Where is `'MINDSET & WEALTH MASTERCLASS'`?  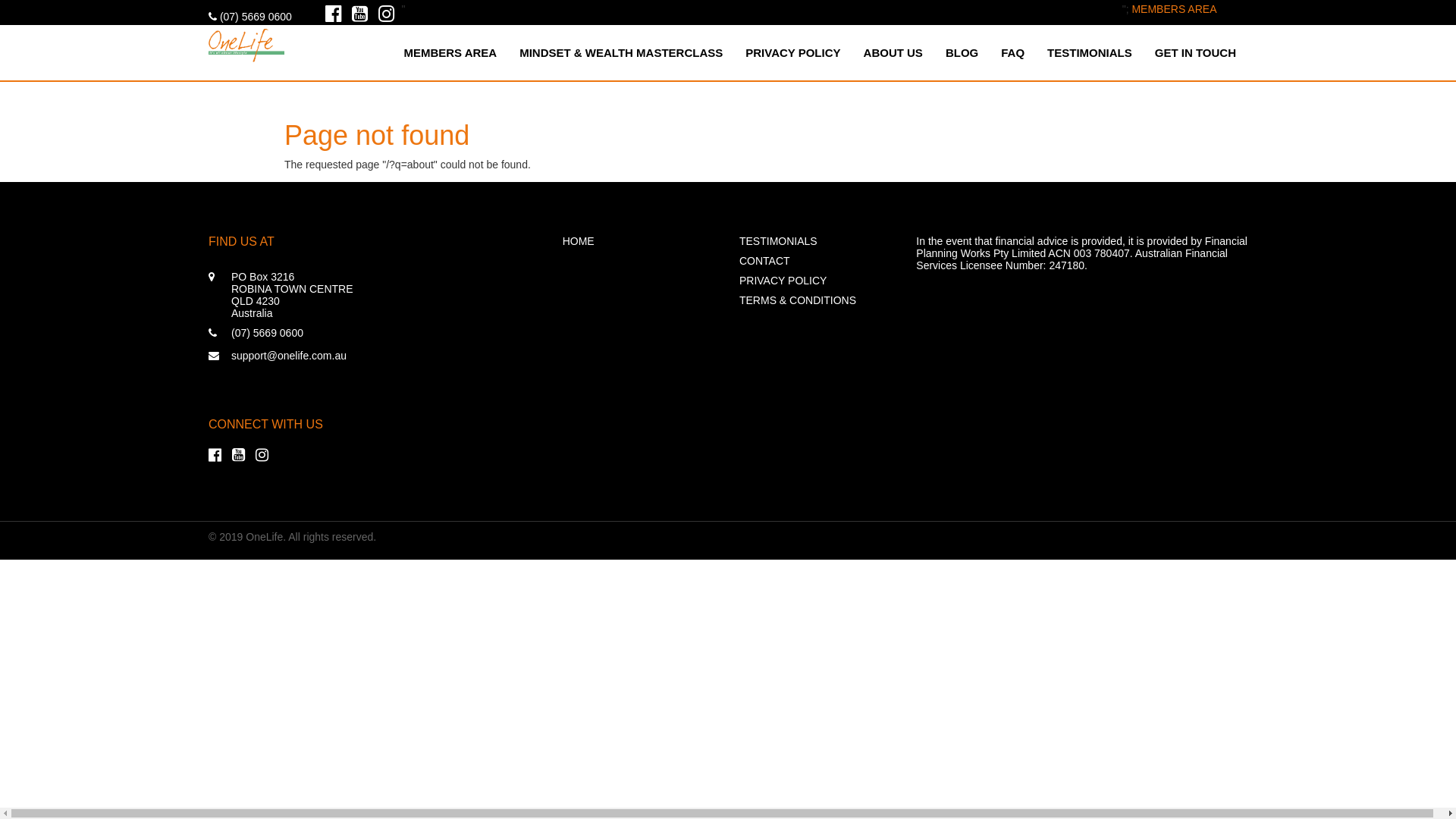 'MINDSET & WEALTH MASTERCLASS' is located at coordinates (508, 52).